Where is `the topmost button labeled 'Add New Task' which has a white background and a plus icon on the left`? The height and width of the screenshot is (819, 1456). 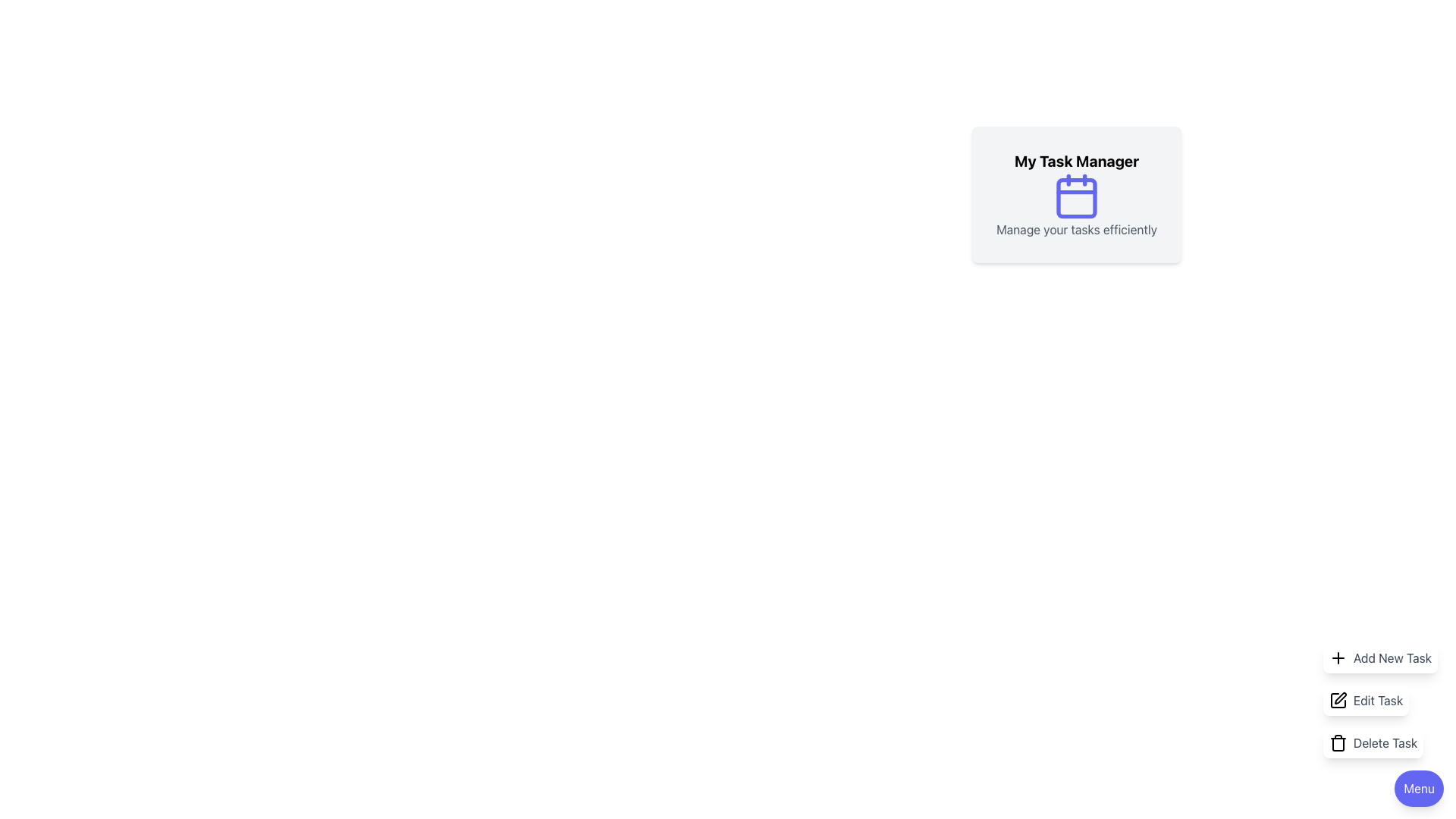
the topmost button labeled 'Add New Task' which has a white background and a plus icon on the left is located at coordinates (1380, 657).